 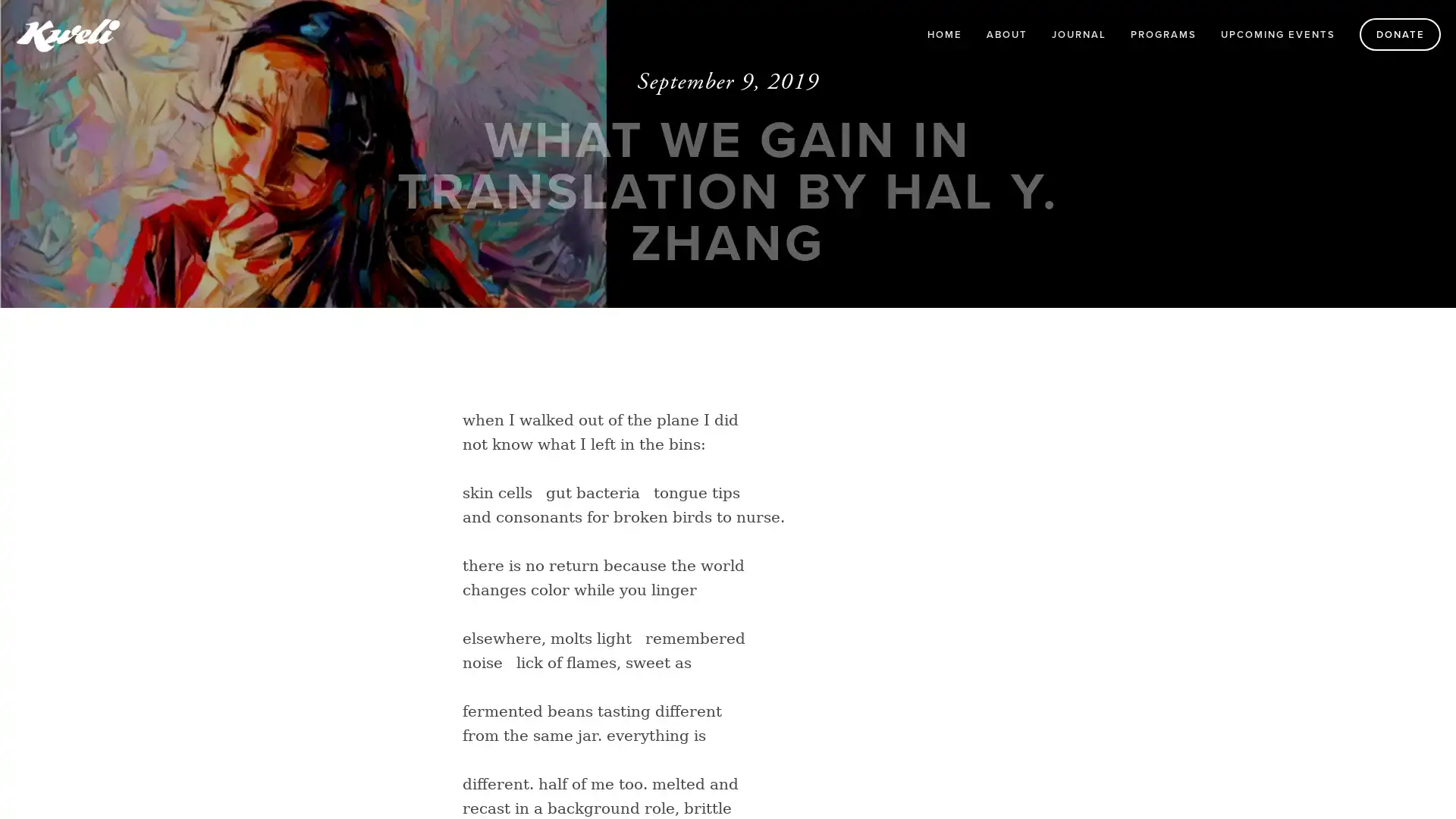 What do you see at coordinates (949, 113) in the screenshot?
I see `Close` at bounding box center [949, 113].